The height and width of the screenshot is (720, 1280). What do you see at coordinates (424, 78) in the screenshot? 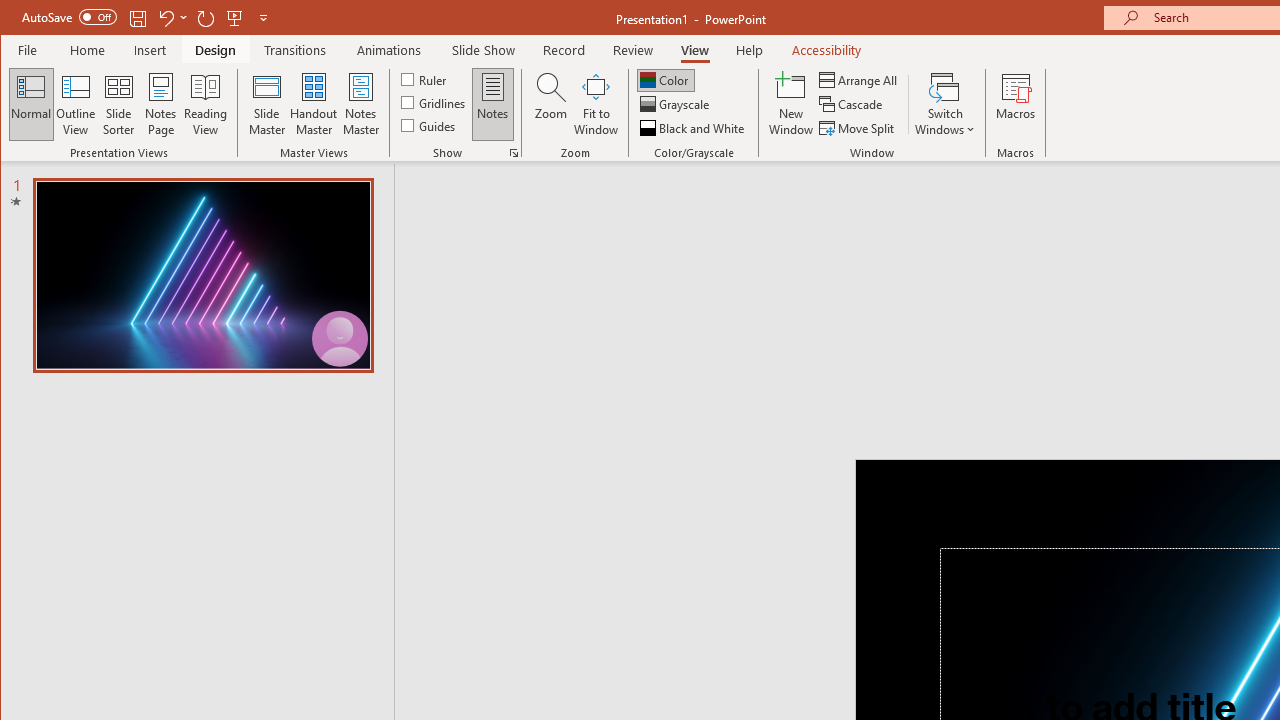
I see `'Ruler'` at bounding box center [424, 78].